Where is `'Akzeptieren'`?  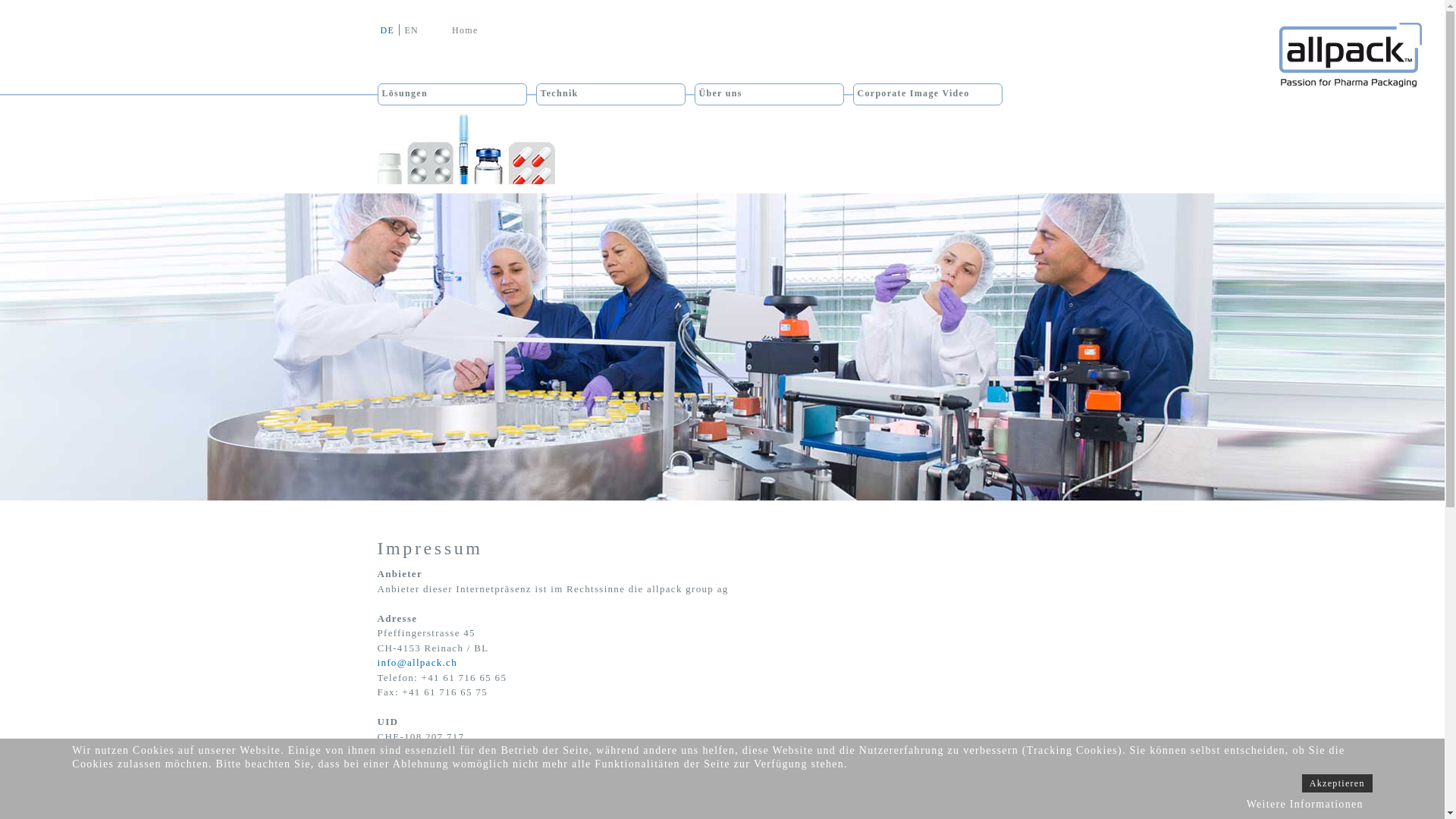 'Akzeptieren' is located at coordinates (1337, 783).